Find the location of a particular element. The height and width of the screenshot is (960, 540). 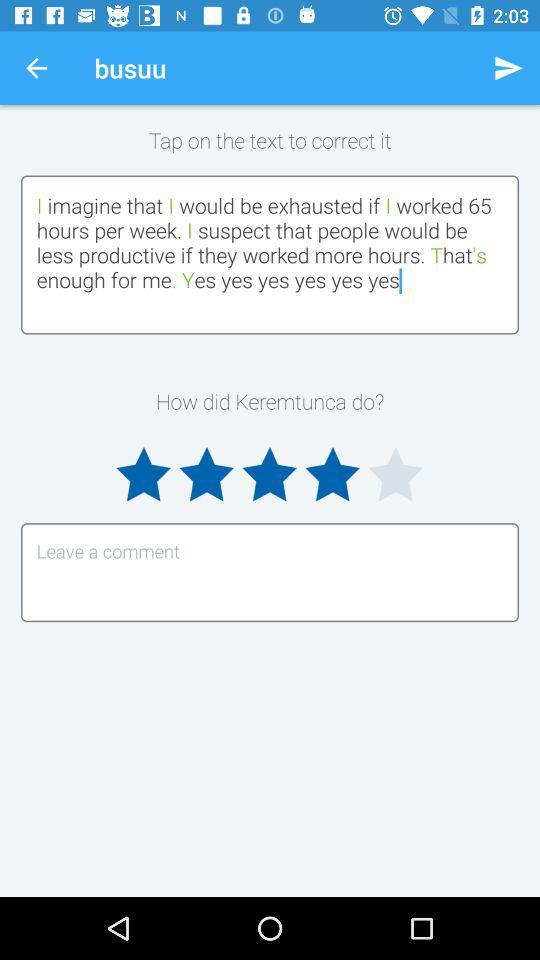

icon next to busuu item is located at coordinates (36, 68).